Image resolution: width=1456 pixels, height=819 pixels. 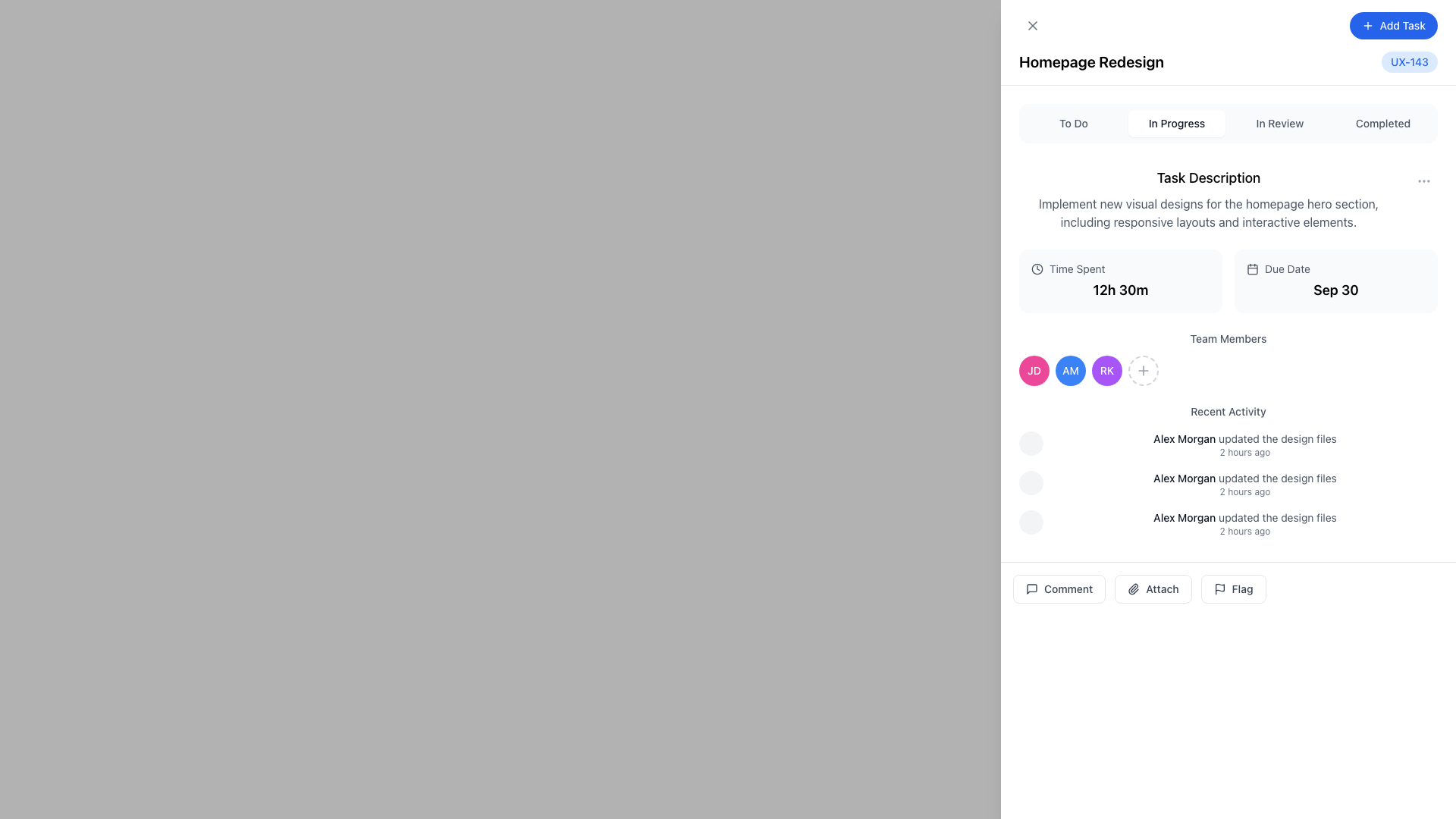 What do you see at coordinates (1228, 588) in the screenshot?
I see `the 'Flag' button, which has a light gray background and a flag icon, located as the third button from the left in a horizontal row at the bottom of the interface` at bounding box center [1228, 588].